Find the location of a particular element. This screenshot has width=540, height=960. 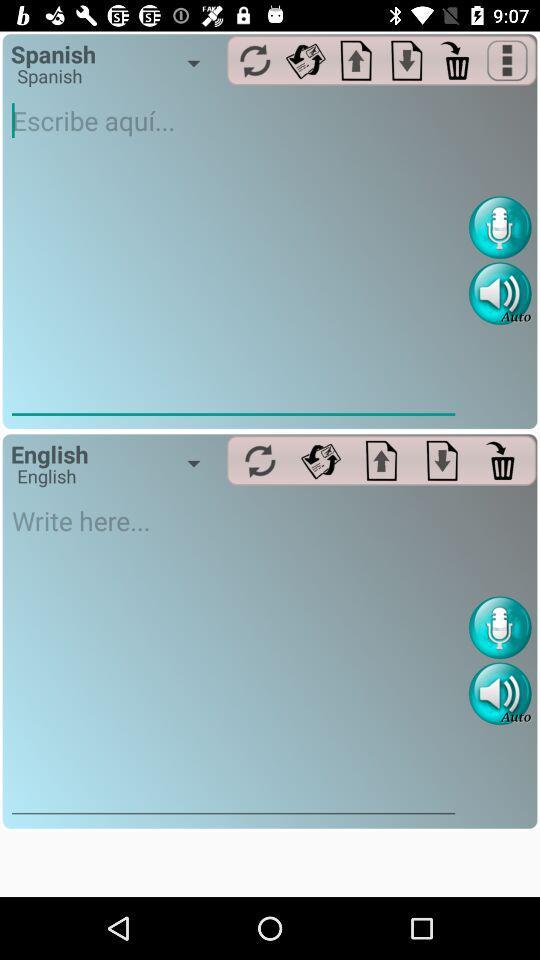

talk to microphone is located at coordinates (499, 626).